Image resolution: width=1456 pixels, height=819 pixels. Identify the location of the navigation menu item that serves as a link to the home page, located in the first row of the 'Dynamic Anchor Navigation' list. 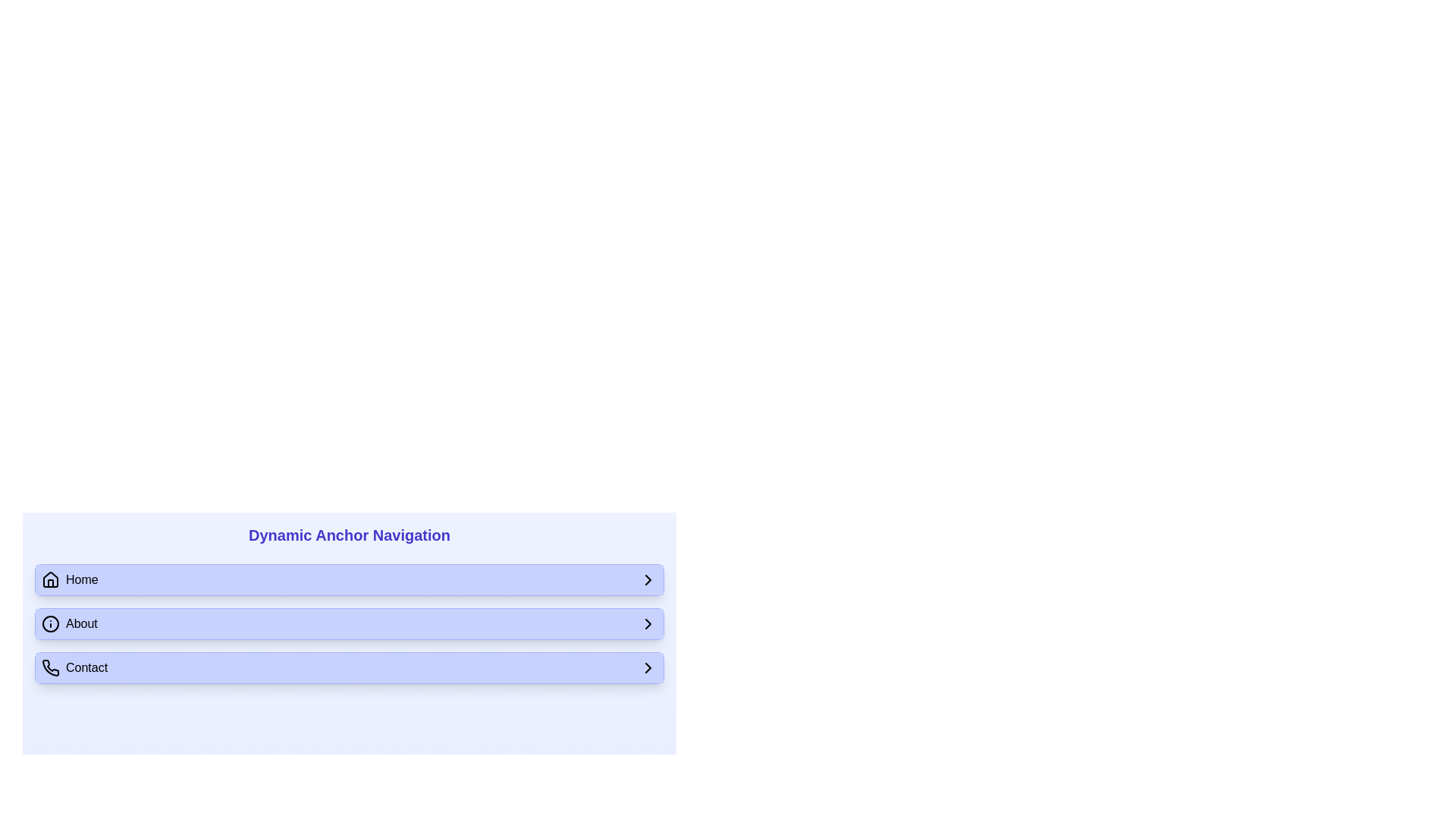
(69, 579).